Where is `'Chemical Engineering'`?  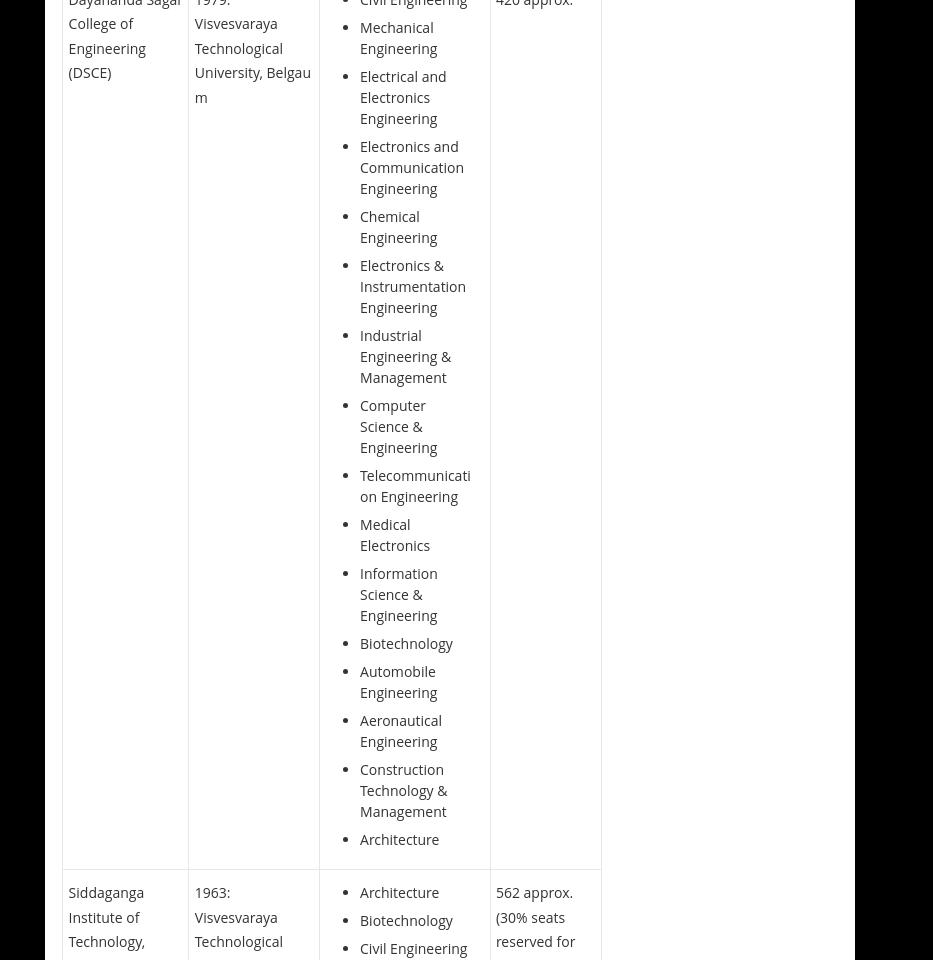
'Chemical Engineering' is located at coordinates (359, 225).